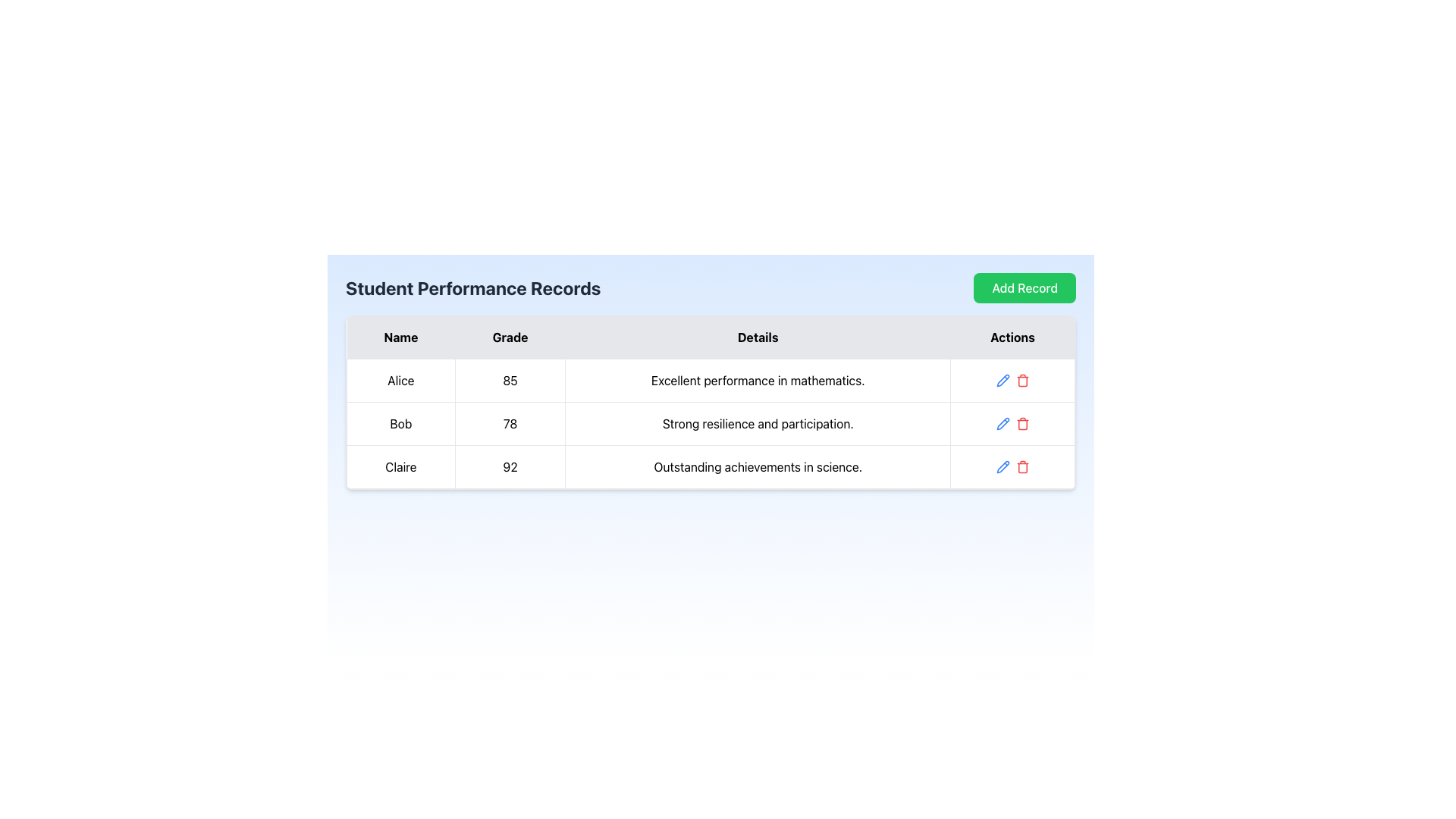  I want to click on the red trash bin icon button located in the second row, last column of the table under the 'Actions' header, so click(1022, 424).